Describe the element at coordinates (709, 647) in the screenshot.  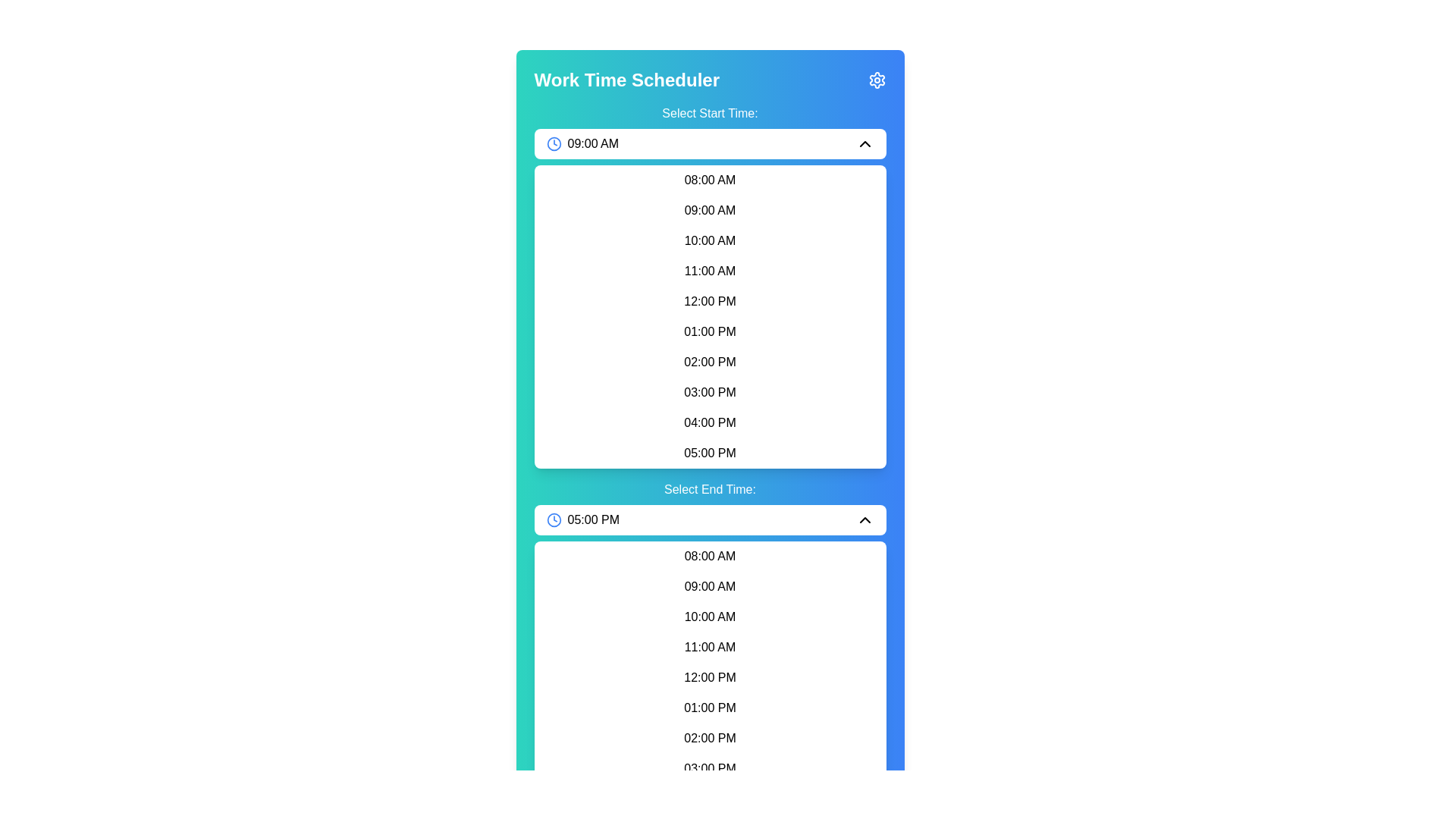
I see `the fourth selectable time slot in the list used for scheduling, positioned below the 'Select End Time:' label` at that location.